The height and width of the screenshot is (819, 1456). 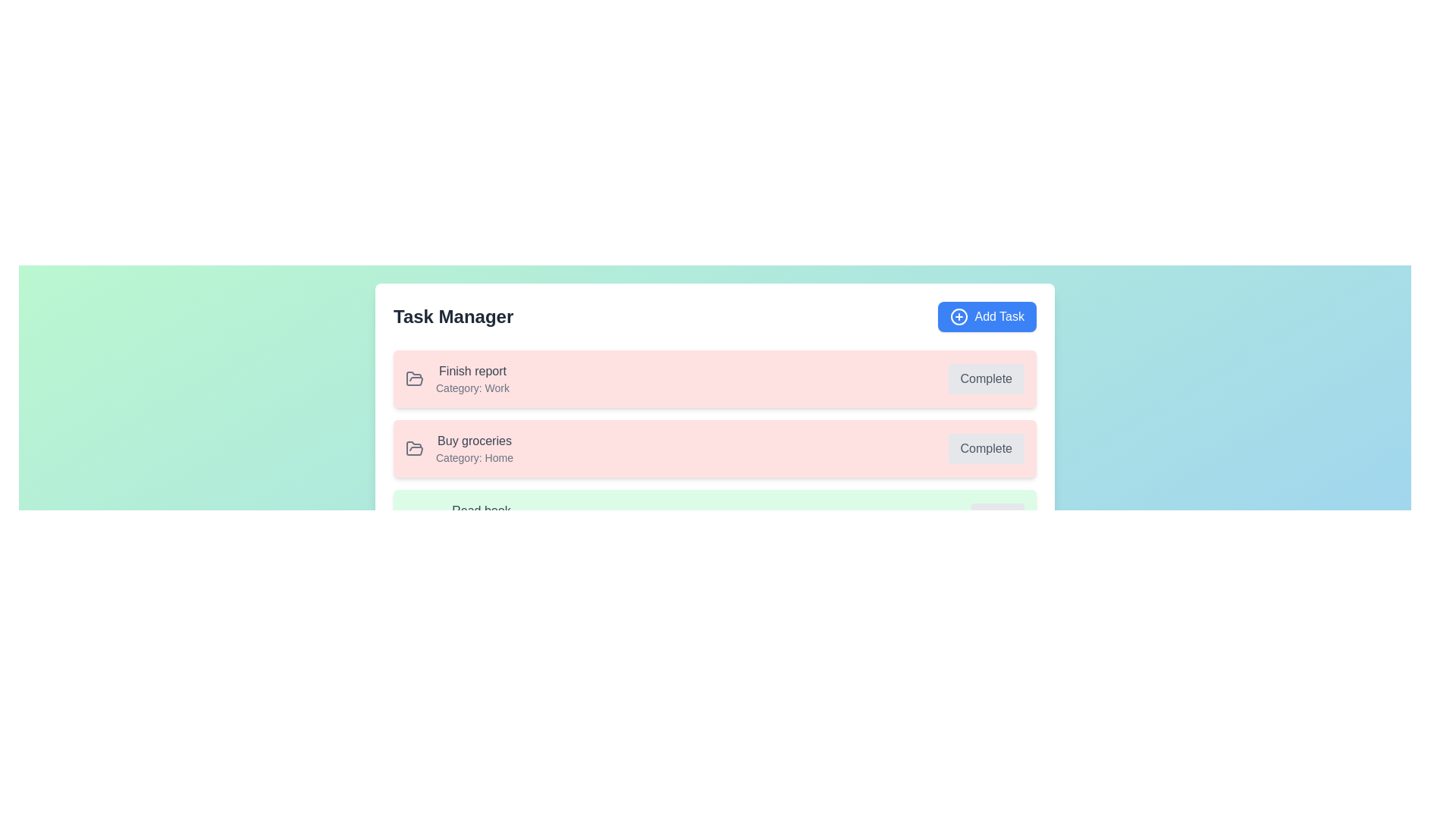 What do you see at coordinates (458, 447) in the screenshot?
I see `the Information display block containing text and an icon that provides information about the task 'Buy groceries'` at bounding box center [458, 447].